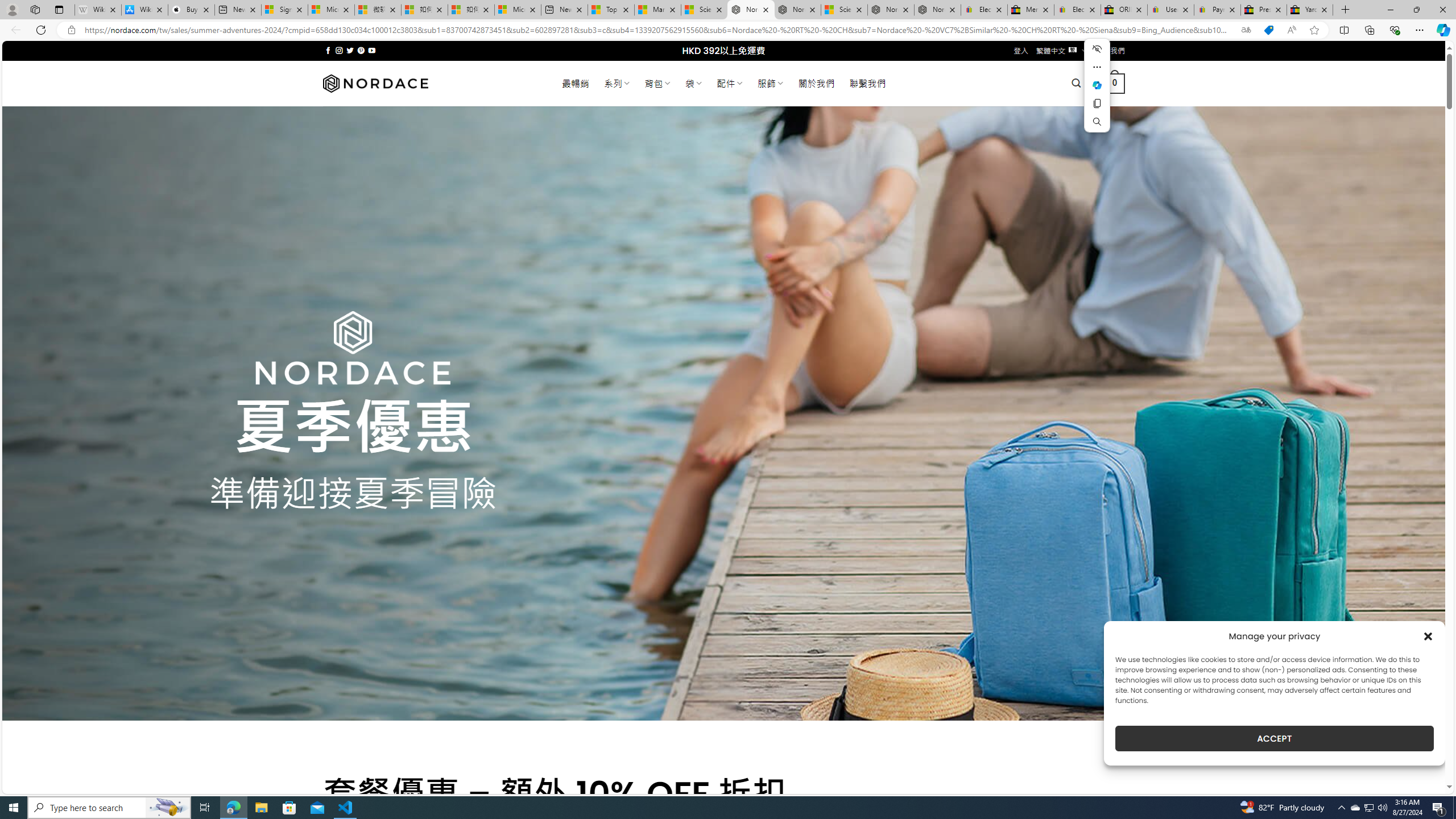  I want to click on 'Follow on YouTube', so click(371, 50).